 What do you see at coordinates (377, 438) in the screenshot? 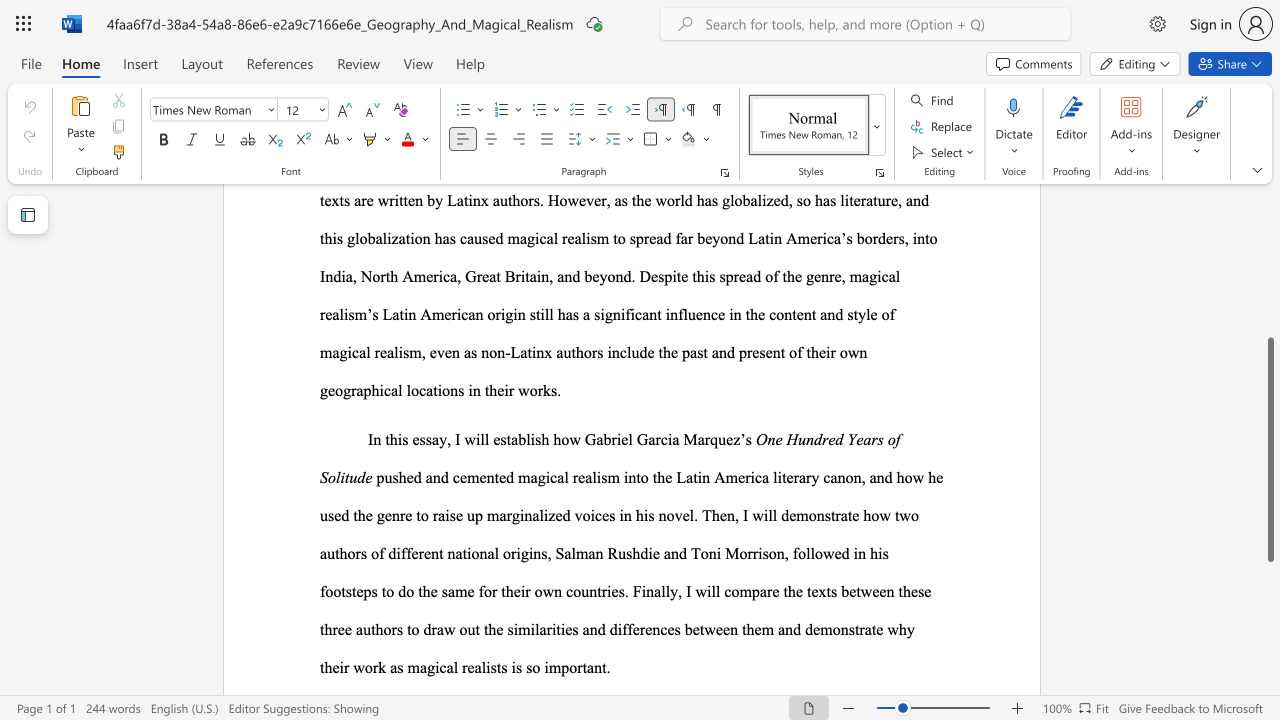
I see `the 1th character "n" in the text` at bounding box center [377, 438].